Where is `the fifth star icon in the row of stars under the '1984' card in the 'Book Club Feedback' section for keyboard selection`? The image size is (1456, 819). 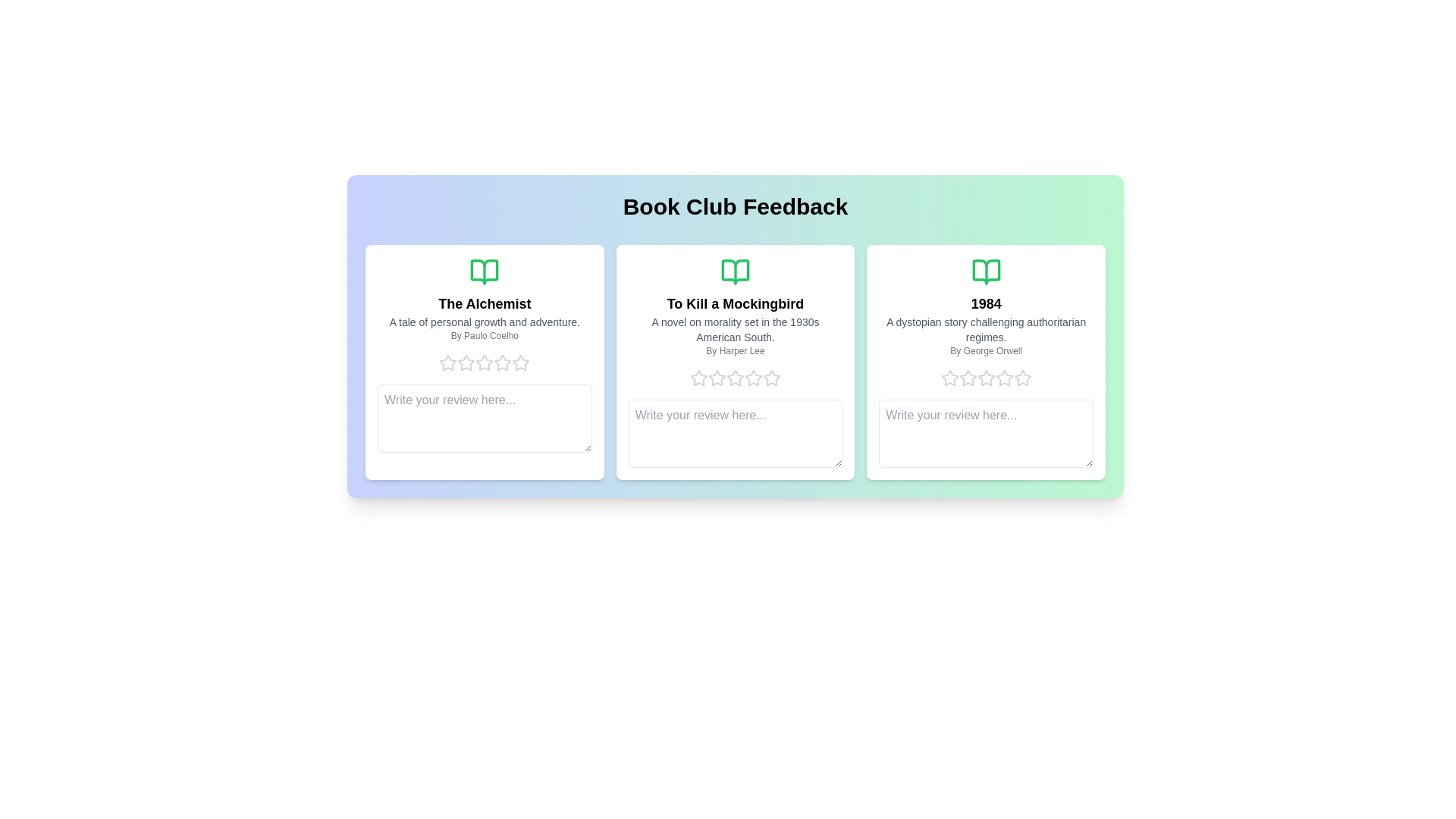
the fifth star icon in the row of stars under the '1984' card in the 'Book Club Feedback' section for keyboard selection is located at coordinates (986, 377).